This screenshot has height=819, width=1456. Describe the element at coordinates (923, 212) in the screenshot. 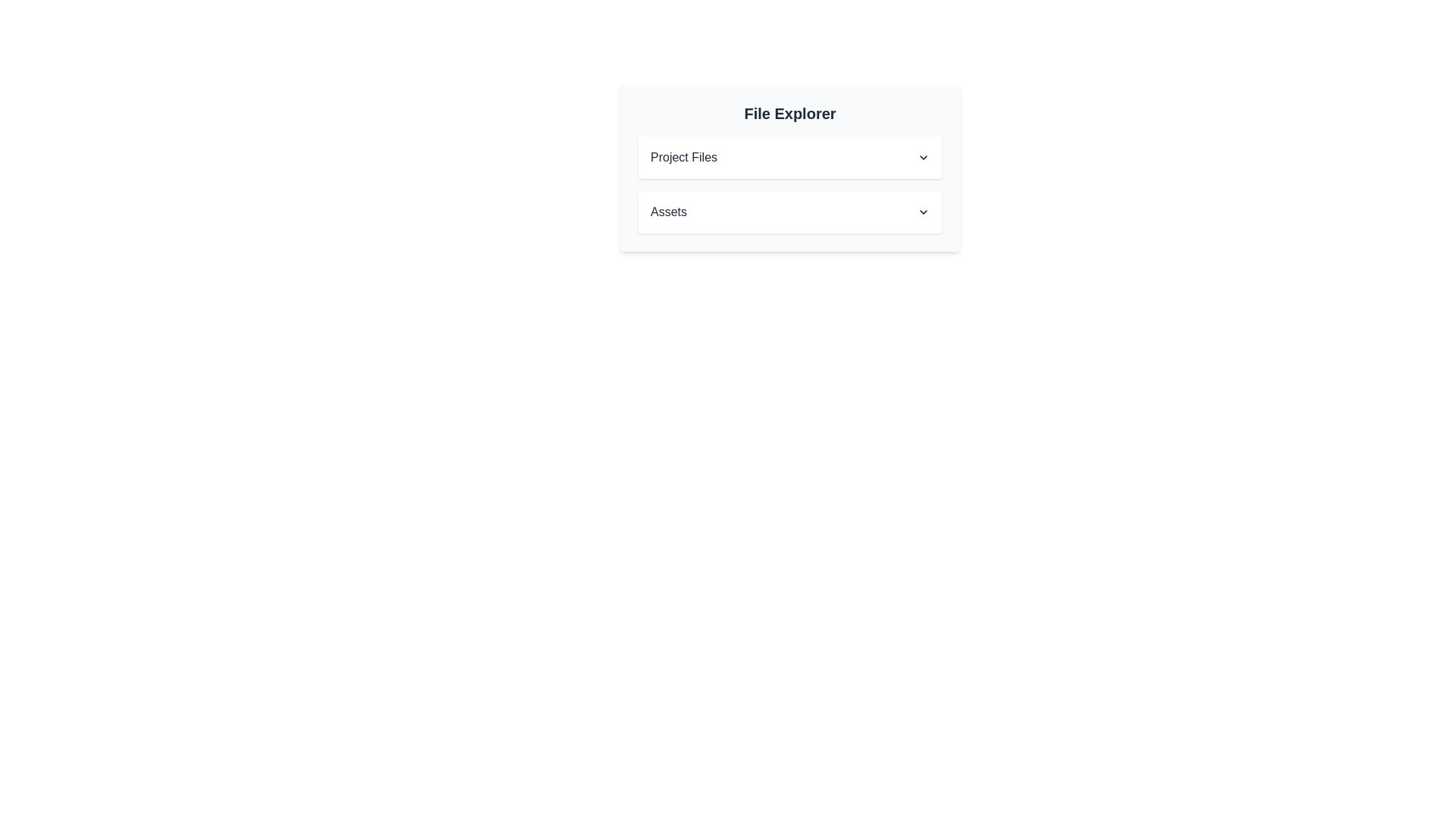

I see `the chevron-down icon button located to the right of the 'Assets' label` at that location.